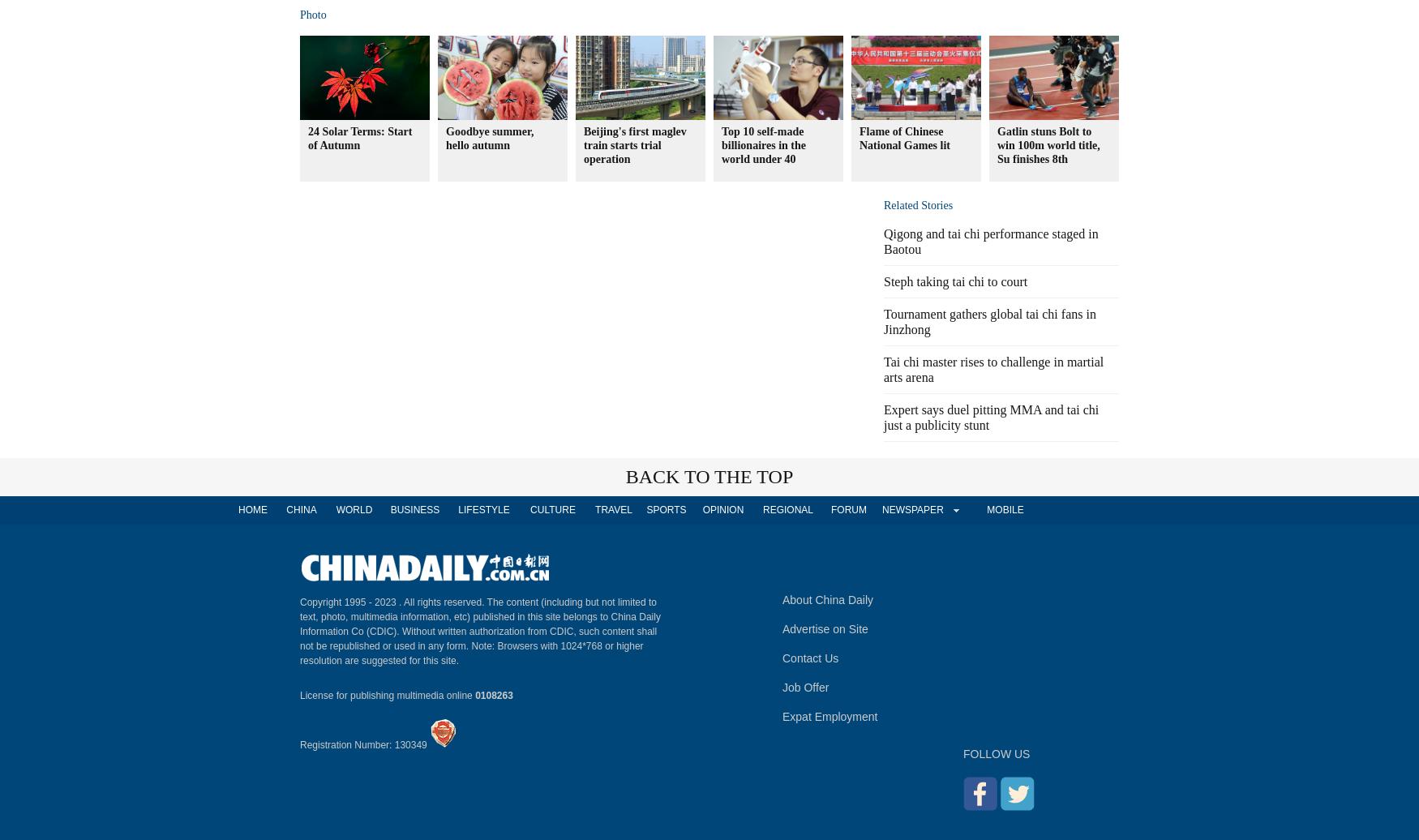  Describe the element at coordinates (1048, 145) in the screenshot. I see `'Gatlin stuns Bolt to win 100m world title, Su finishes 8th'` at that location.